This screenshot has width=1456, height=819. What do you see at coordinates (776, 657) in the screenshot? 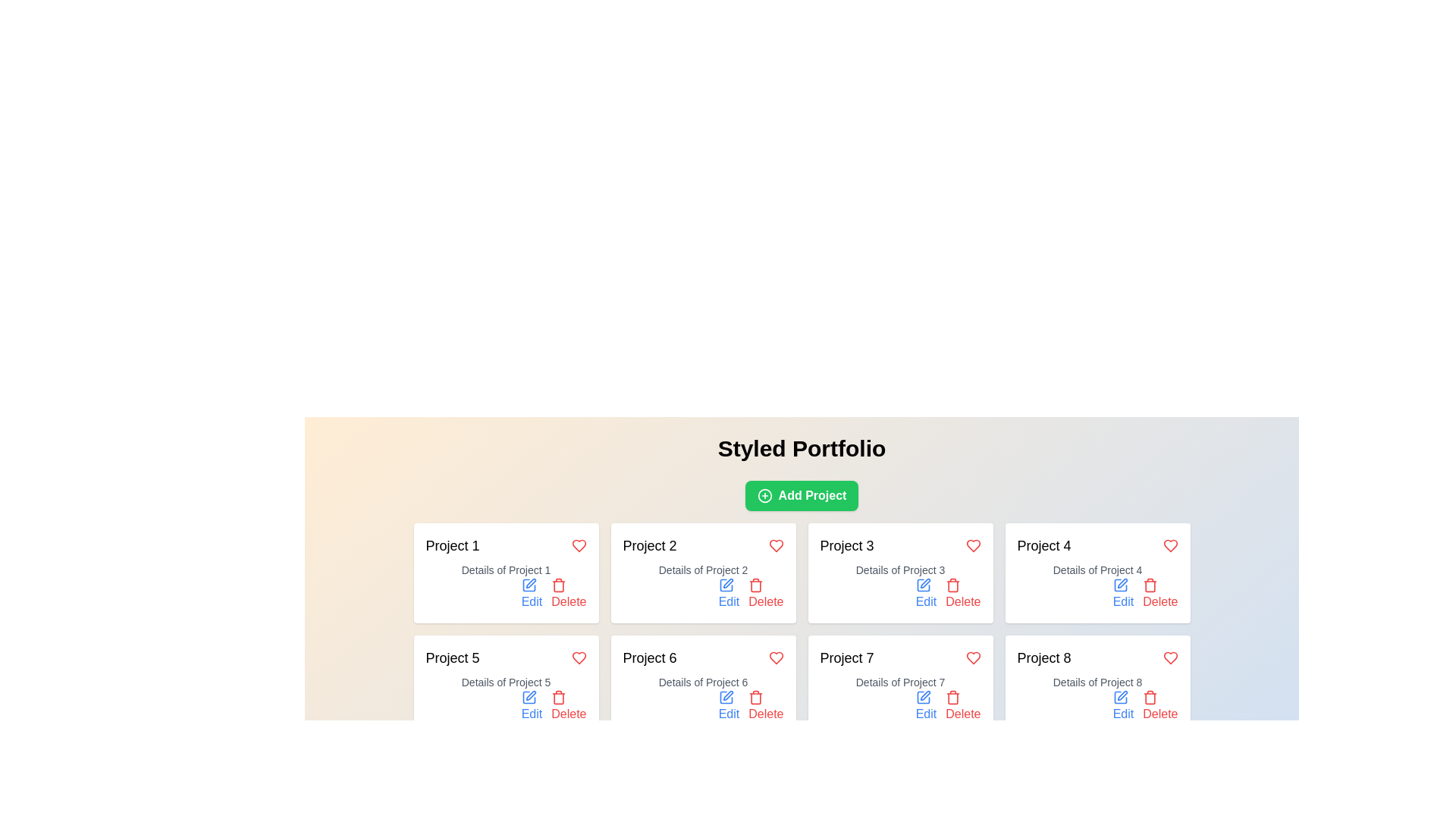
I see `the heart icon button located at the top-right corner of the 'Project 6' block` at bounding box center [776, 657].